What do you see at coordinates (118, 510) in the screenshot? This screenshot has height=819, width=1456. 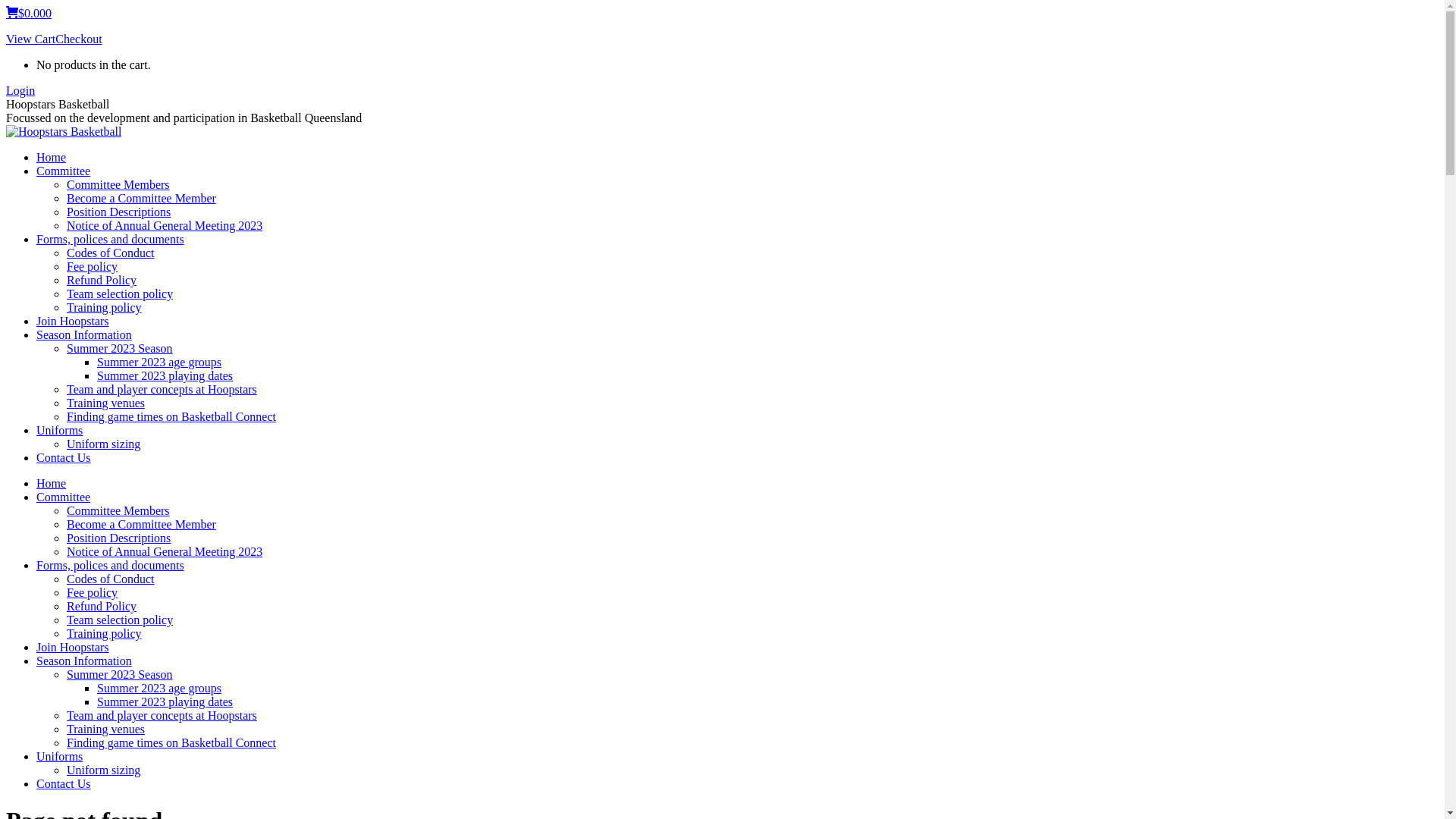 I see `'Committee Members'` at bounding box center [118, 510].